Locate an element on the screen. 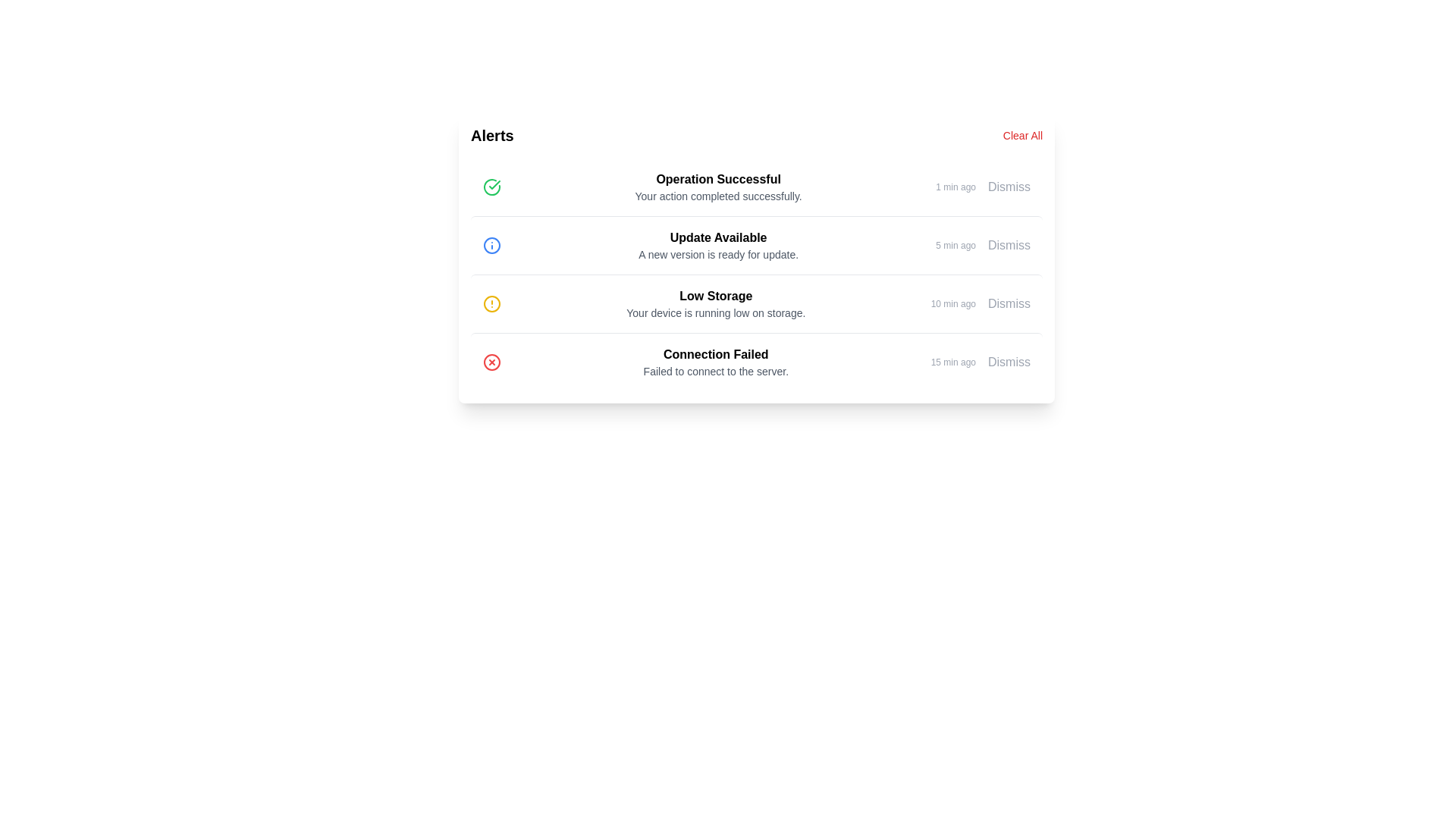 Image resolution: width=1456 pixels, height=819 pixels. the first notification entry displaying 'Operation Successful' for additional highlighting is located at coordinates (757, 186).